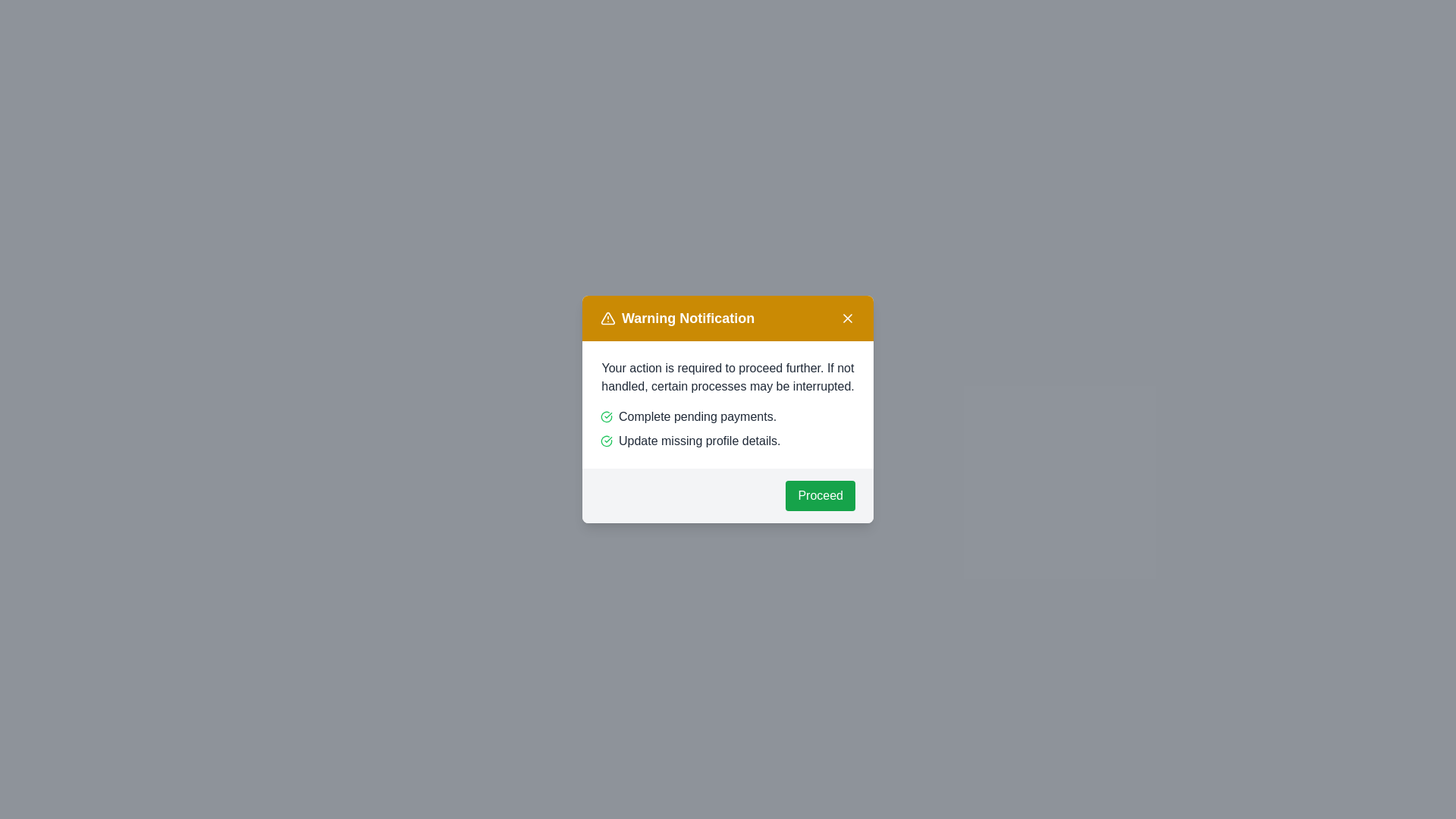  Describe the element at coordinates (820, 496) in the screenshot. I see `the action button located in the bottom-right corner of the modal dialog box` at that location.